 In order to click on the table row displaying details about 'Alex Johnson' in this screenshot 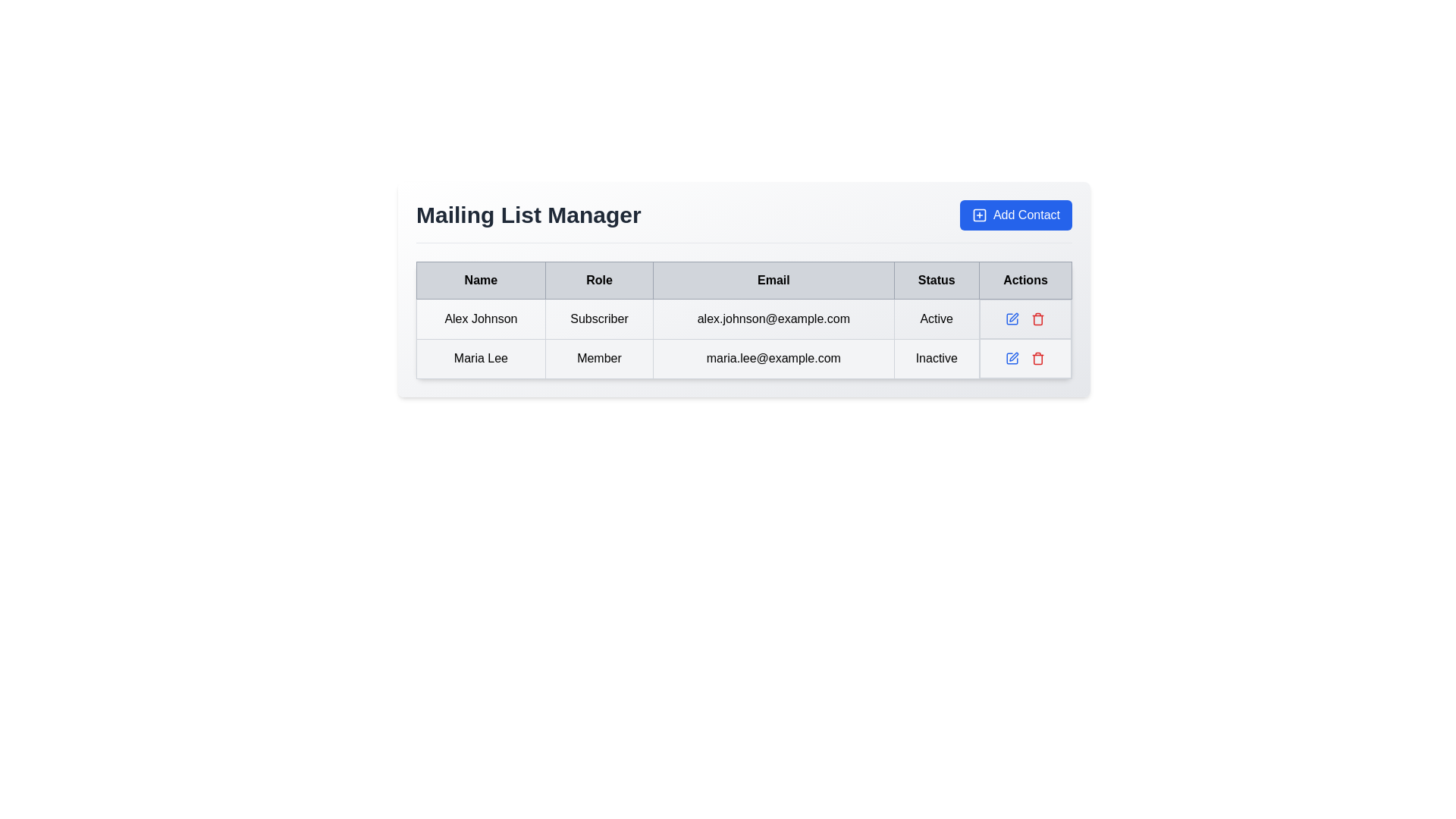, I will do `click(744, 318)`.